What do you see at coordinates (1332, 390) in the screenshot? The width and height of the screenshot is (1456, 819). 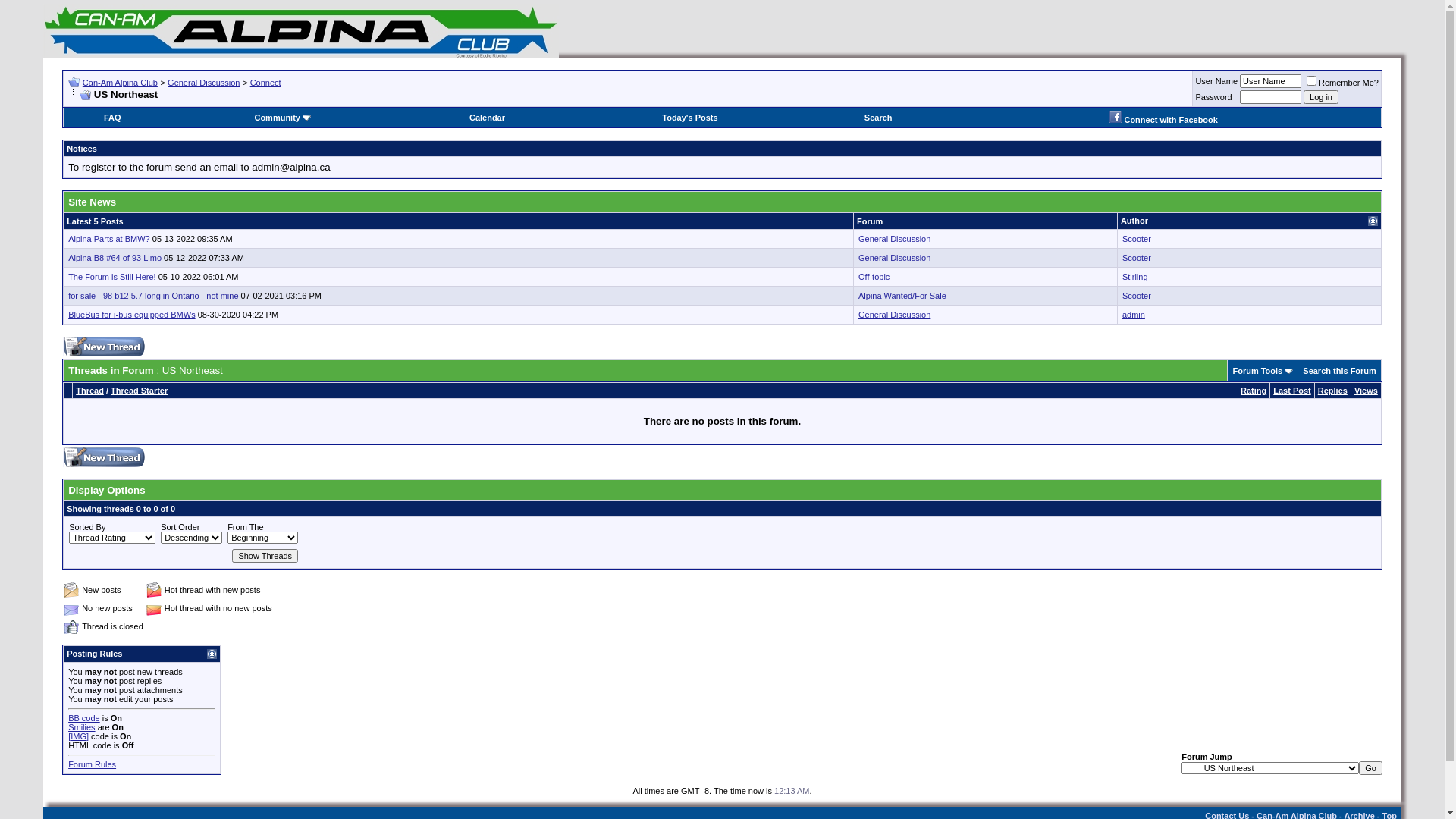 I see `'Replies'` at bounding box center [1332, 390].